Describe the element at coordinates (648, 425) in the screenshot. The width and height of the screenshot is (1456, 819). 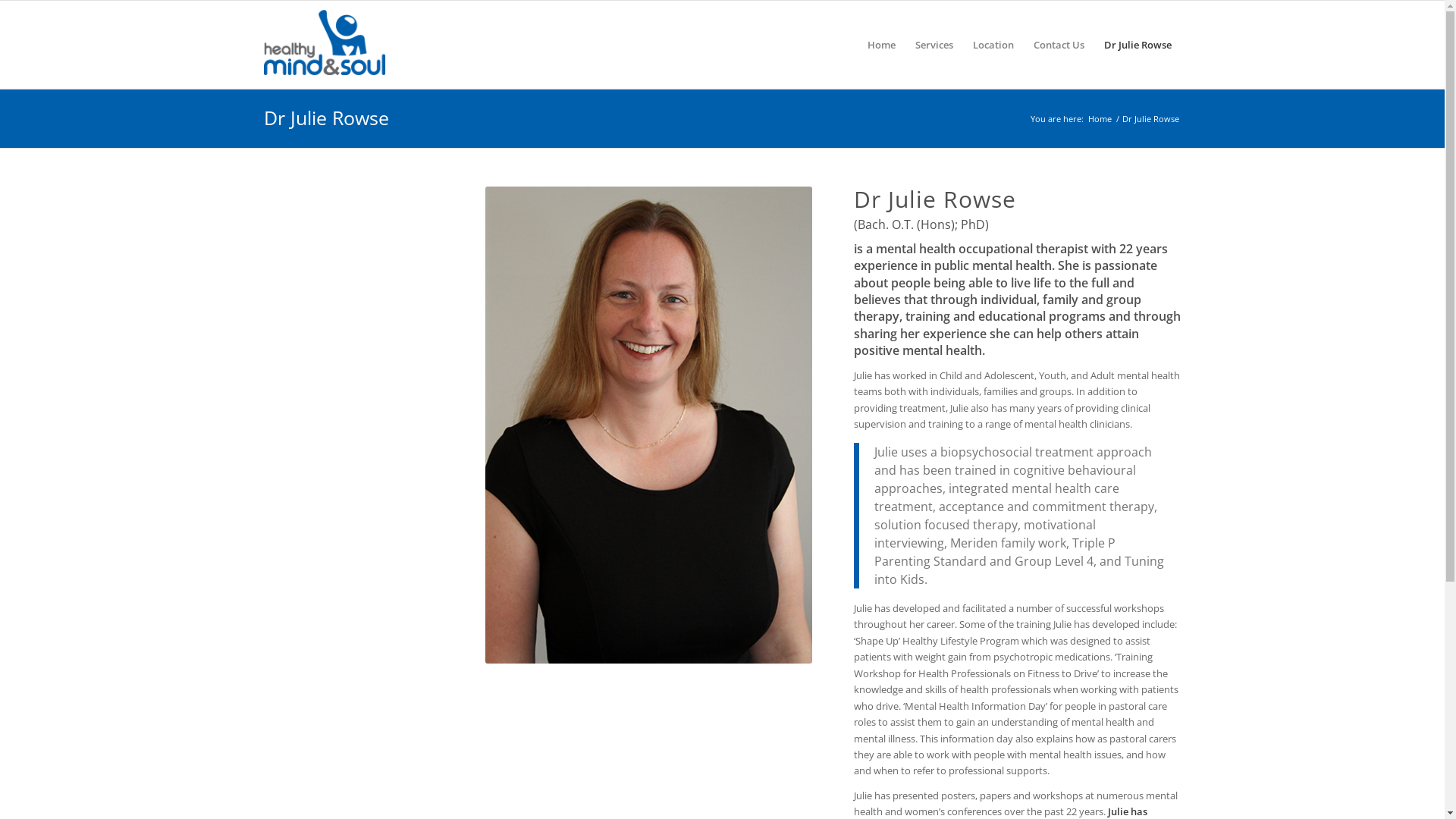
I see `'self2'` at that location.